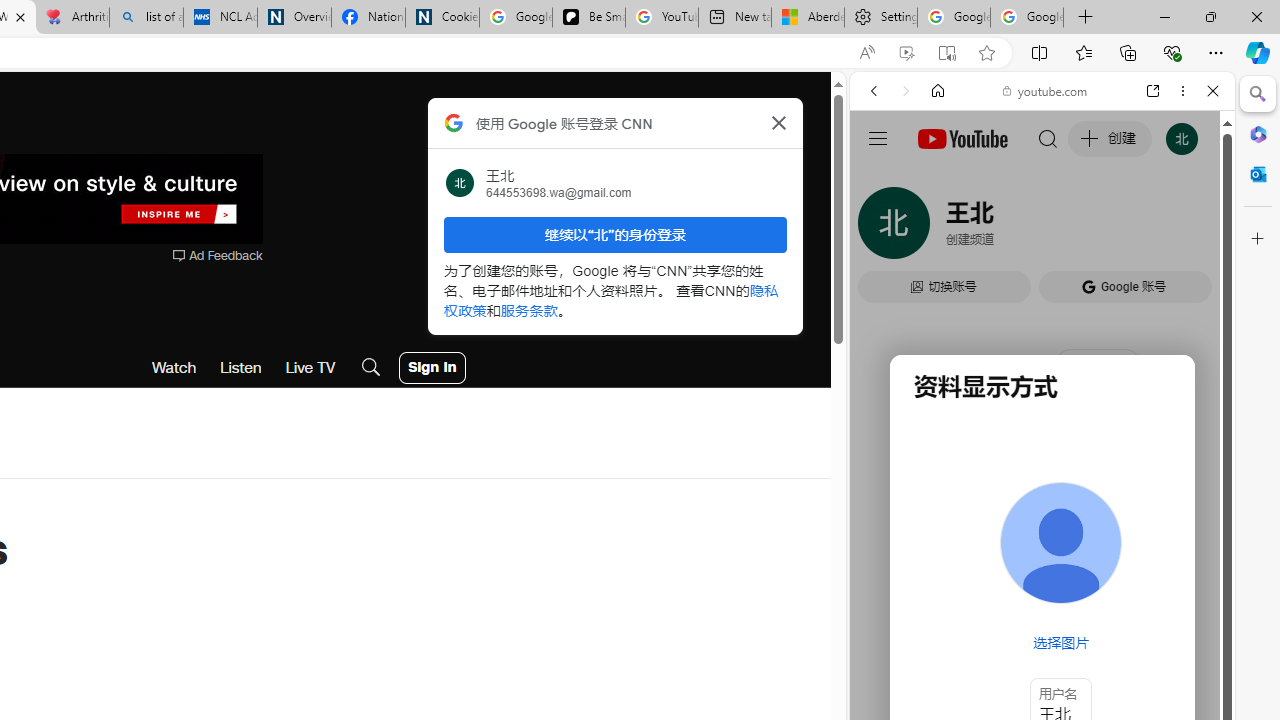 Image resolution: width=1280 pixels, height=720 pixels. What do you see at coordinates (371, 367) in the screenshot?
I see `'Search Icon'` at bounding box center [371, 367].